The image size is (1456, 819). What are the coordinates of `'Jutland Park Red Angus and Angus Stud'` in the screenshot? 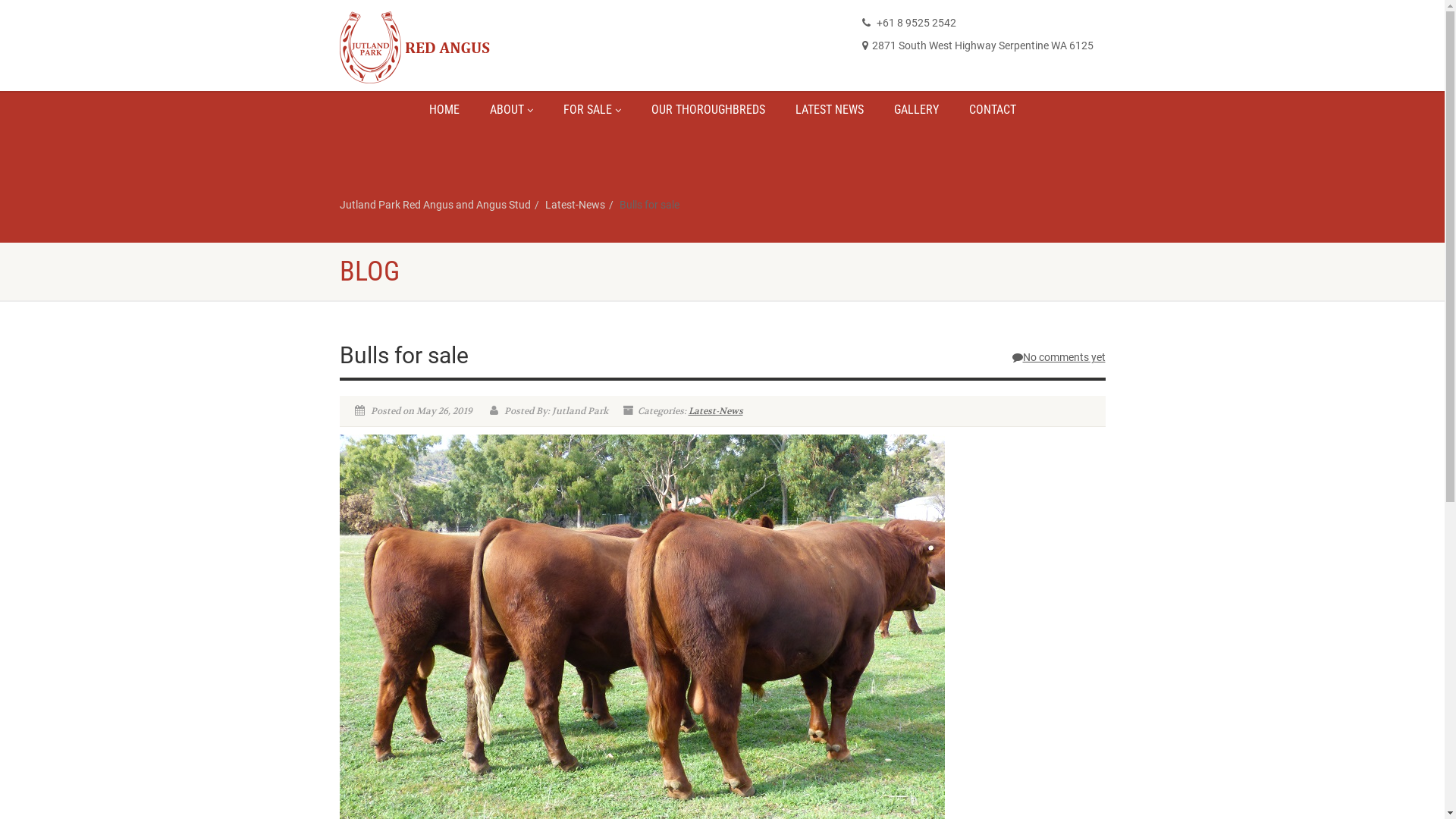 It's located at (435, 205).